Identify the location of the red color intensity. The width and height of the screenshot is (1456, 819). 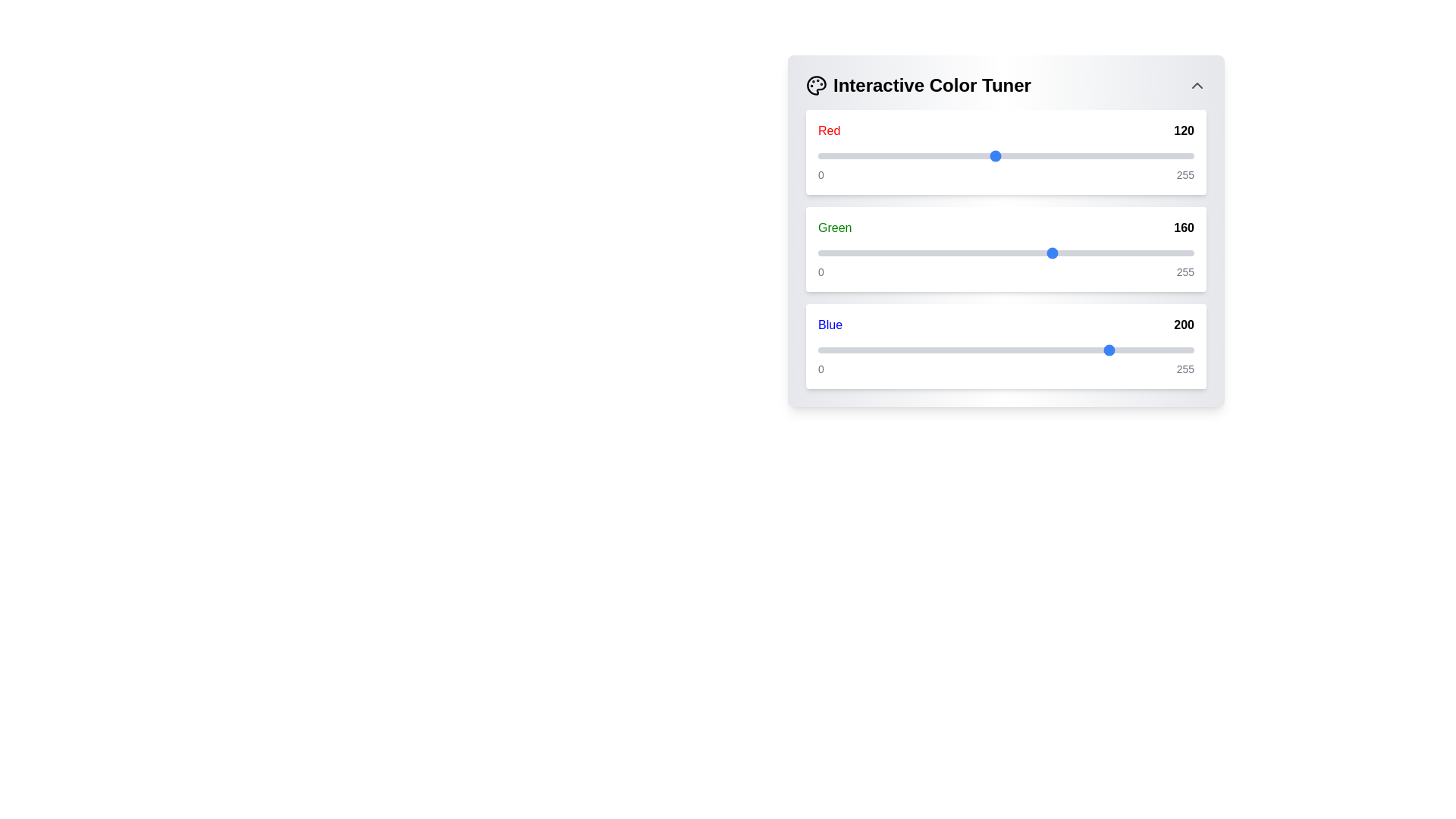
(1168, 155).